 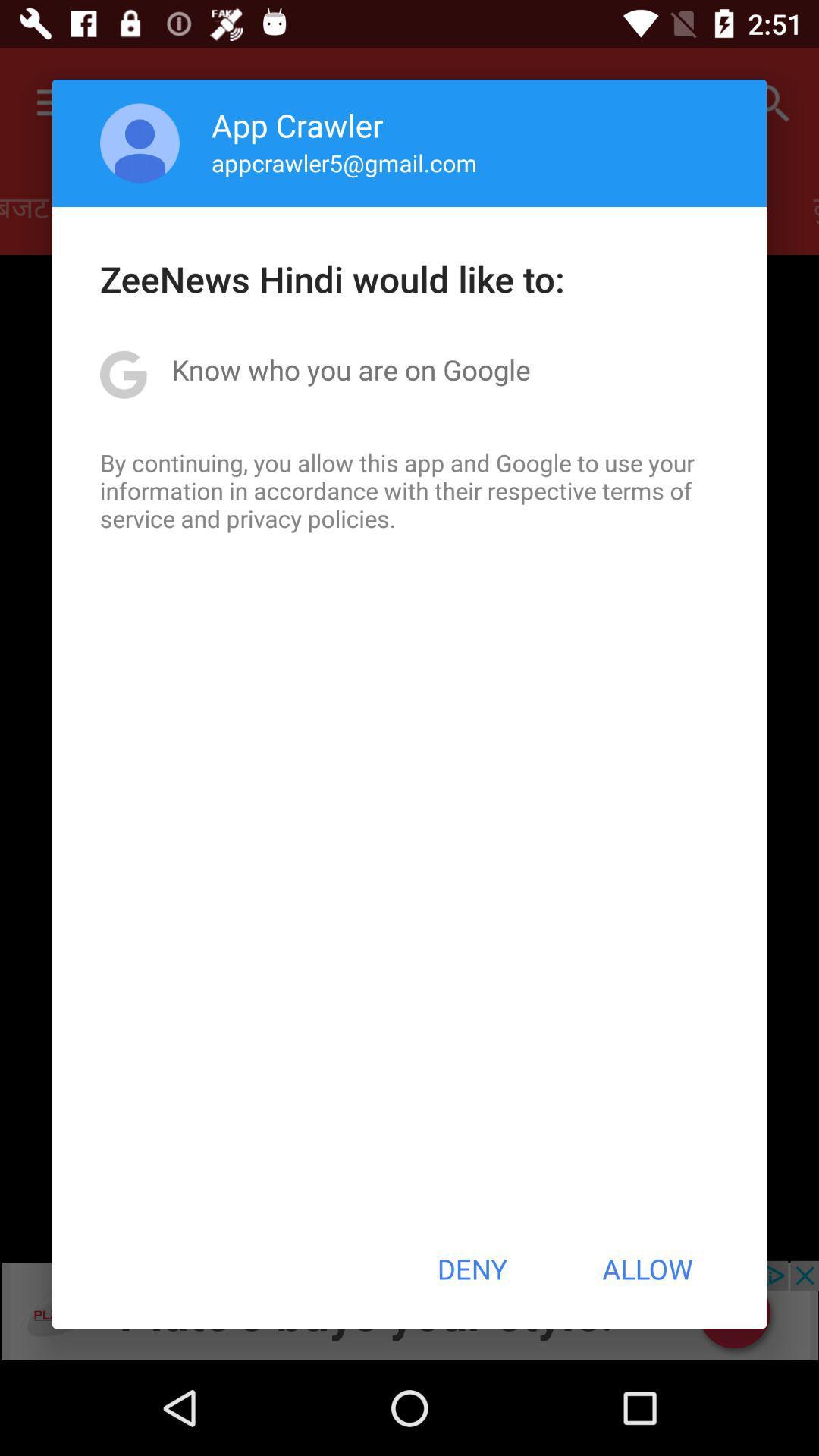 I want to click on the appcrawler5@gmail.com, so click(x=344, y=162).